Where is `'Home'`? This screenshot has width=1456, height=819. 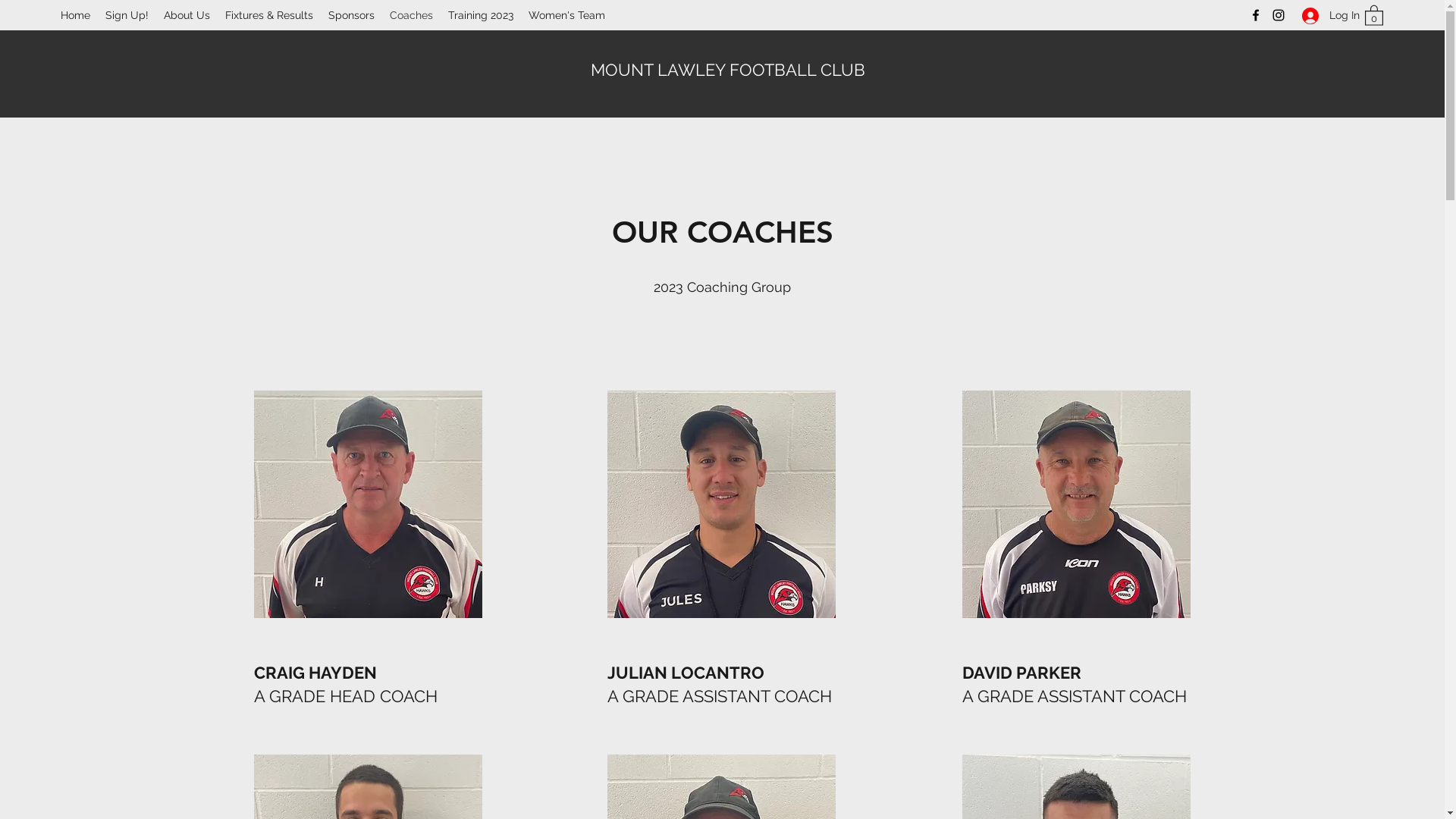 'Home' is located at coordinates (74, 14).